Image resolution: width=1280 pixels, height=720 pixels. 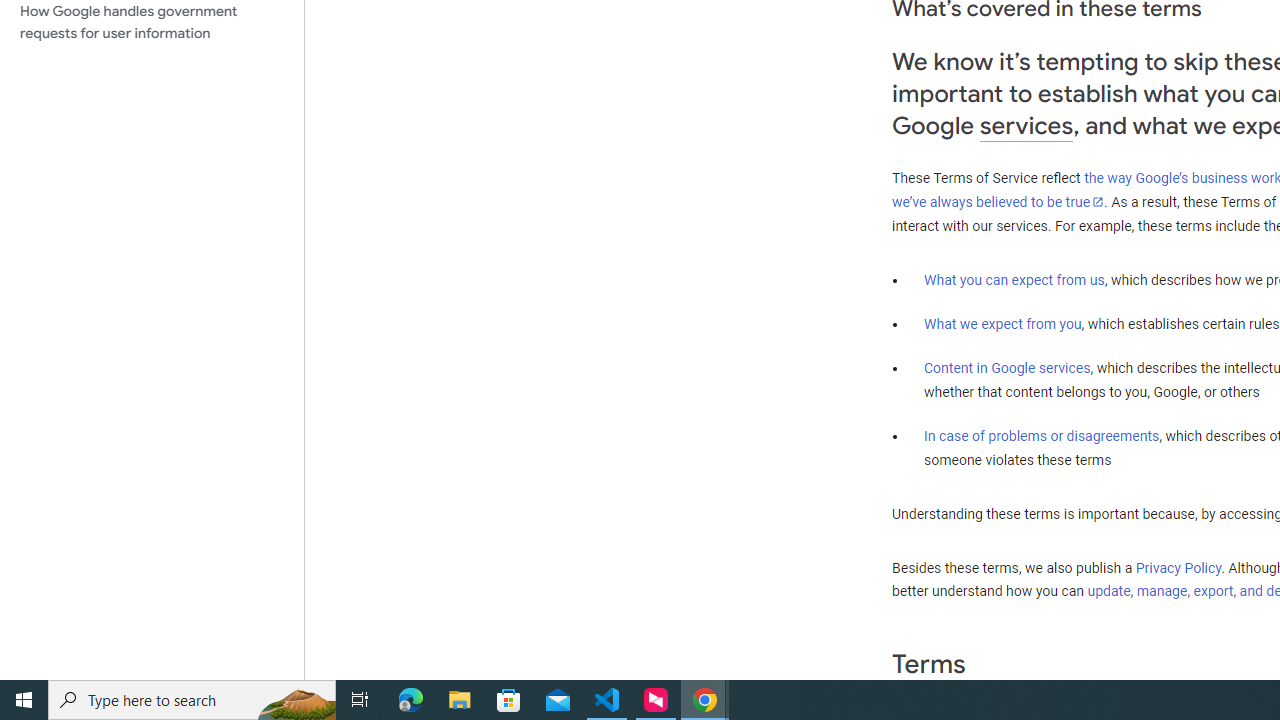 I want to click on 'What you can expect from us', so click(x=1014, y=279).